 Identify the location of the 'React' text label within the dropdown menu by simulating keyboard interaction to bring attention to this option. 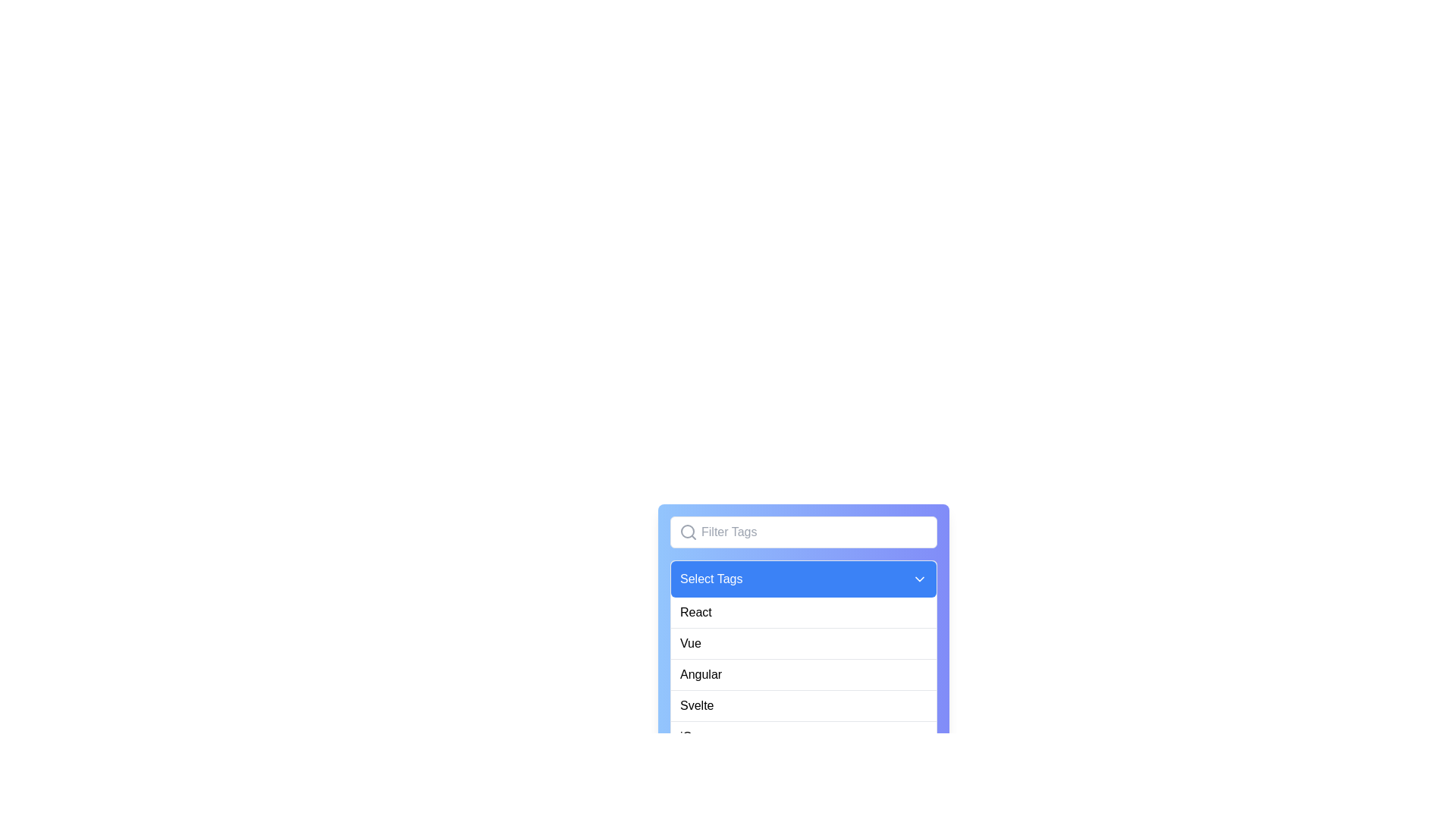
(695, 611).